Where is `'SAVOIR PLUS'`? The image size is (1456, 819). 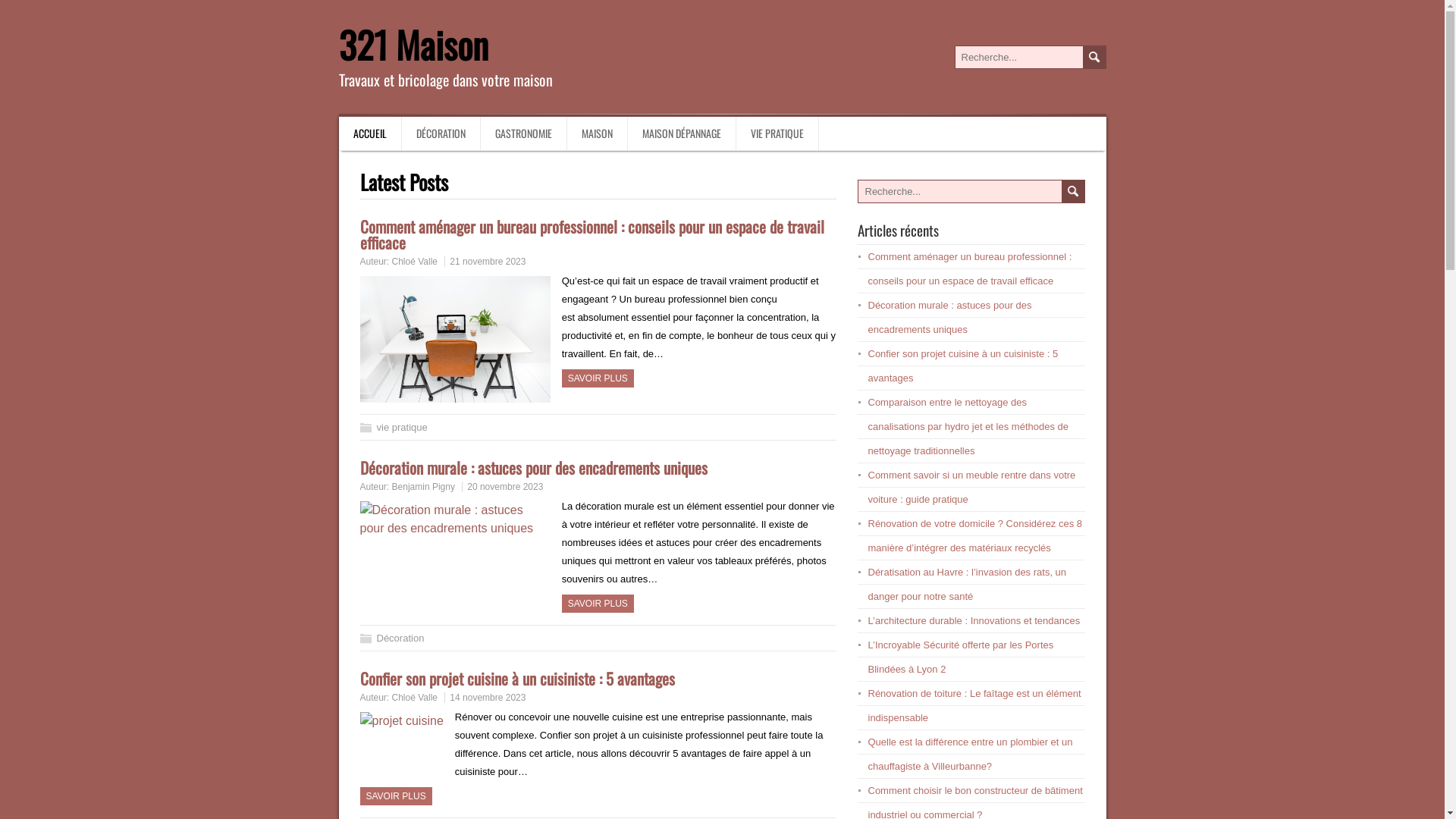
'SAVOIR PLUS' is located at coordinates (597, 377).